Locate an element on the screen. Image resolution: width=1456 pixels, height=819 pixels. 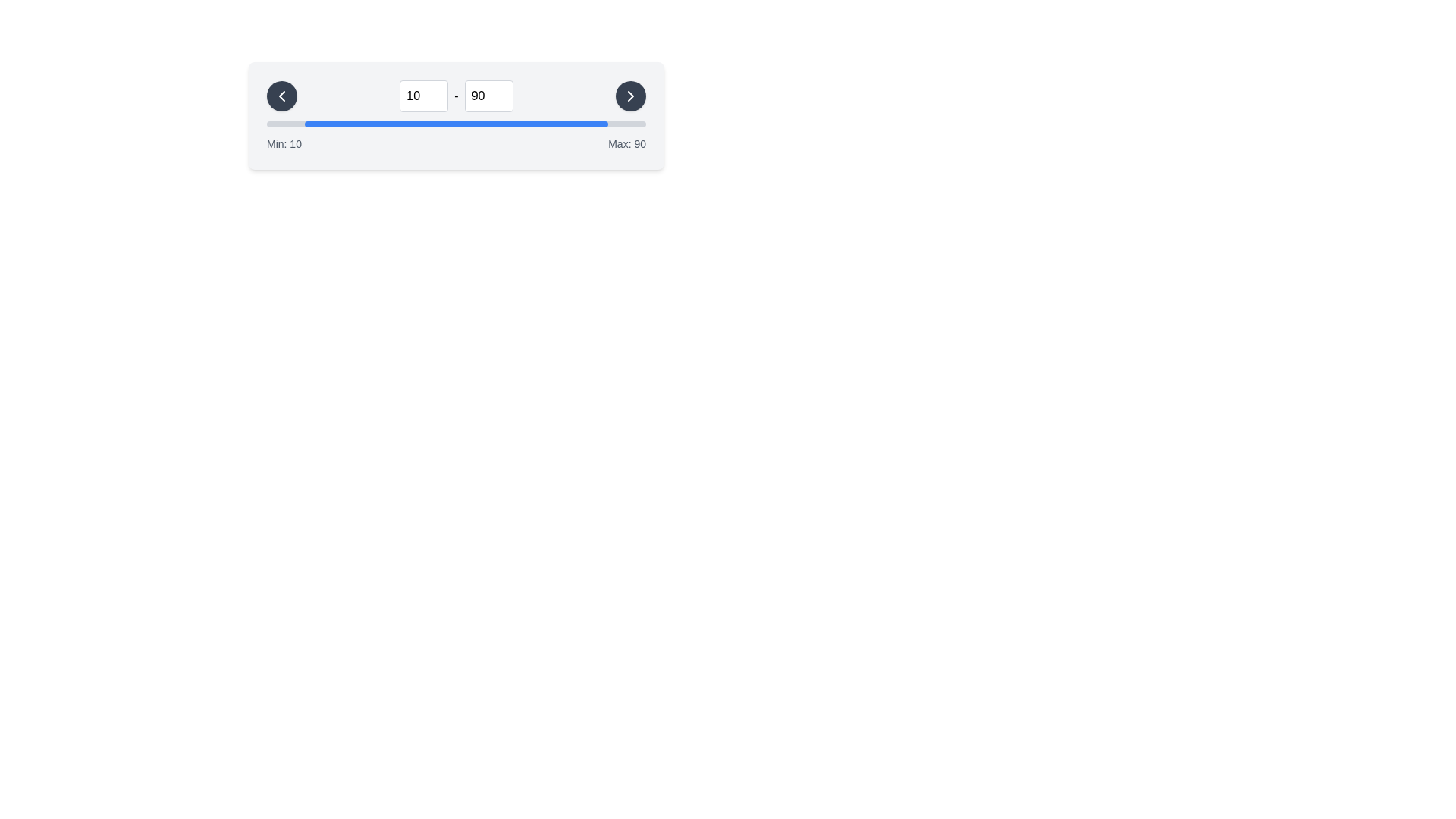
the circular button with a dark gray background and a white leftward chevron arrow icon is located at coordinates (282, 96).